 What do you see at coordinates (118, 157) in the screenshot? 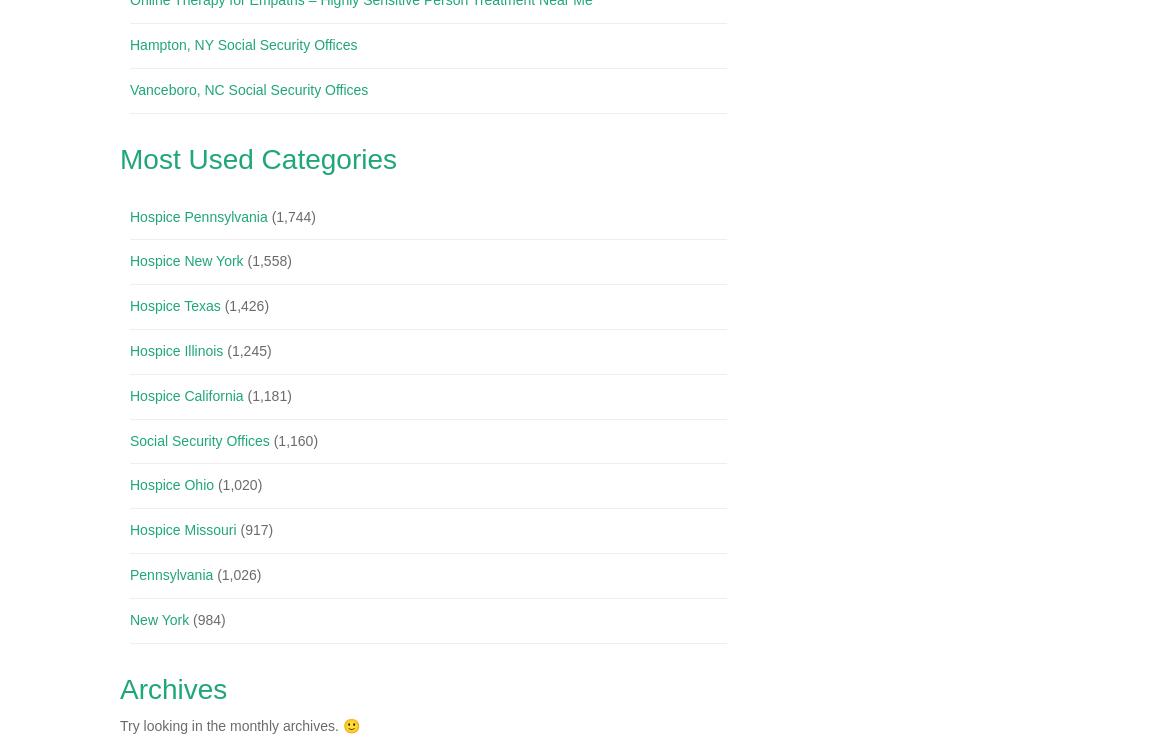
I see `'Most Used Categories'` at bounding box center [118, 157].